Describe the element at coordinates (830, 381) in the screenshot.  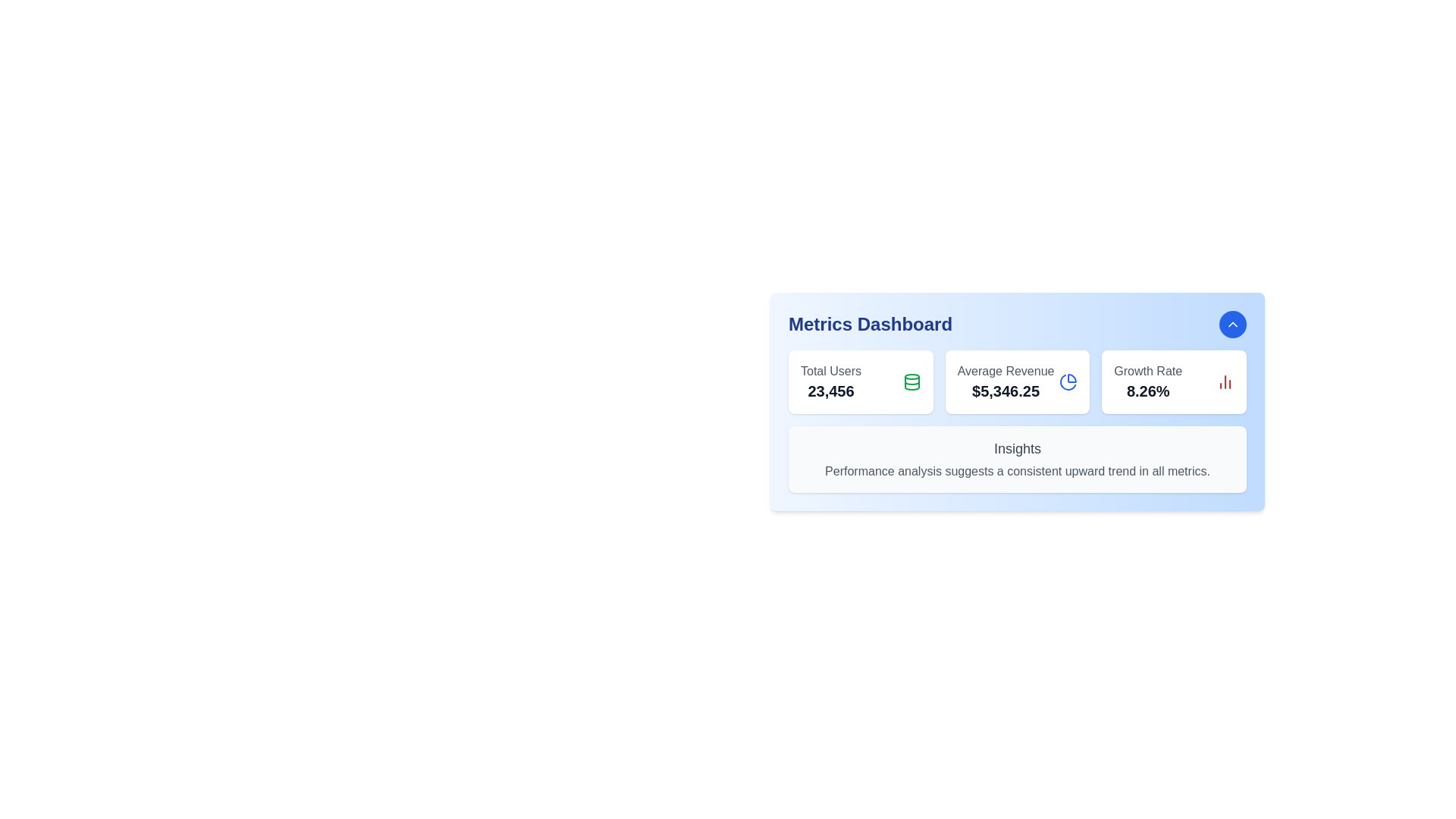
I see `the text label displaying 'Total Users' and '23,456' in the top-left corner of the white card in the 'Metrics Dashboard' section` at that location.